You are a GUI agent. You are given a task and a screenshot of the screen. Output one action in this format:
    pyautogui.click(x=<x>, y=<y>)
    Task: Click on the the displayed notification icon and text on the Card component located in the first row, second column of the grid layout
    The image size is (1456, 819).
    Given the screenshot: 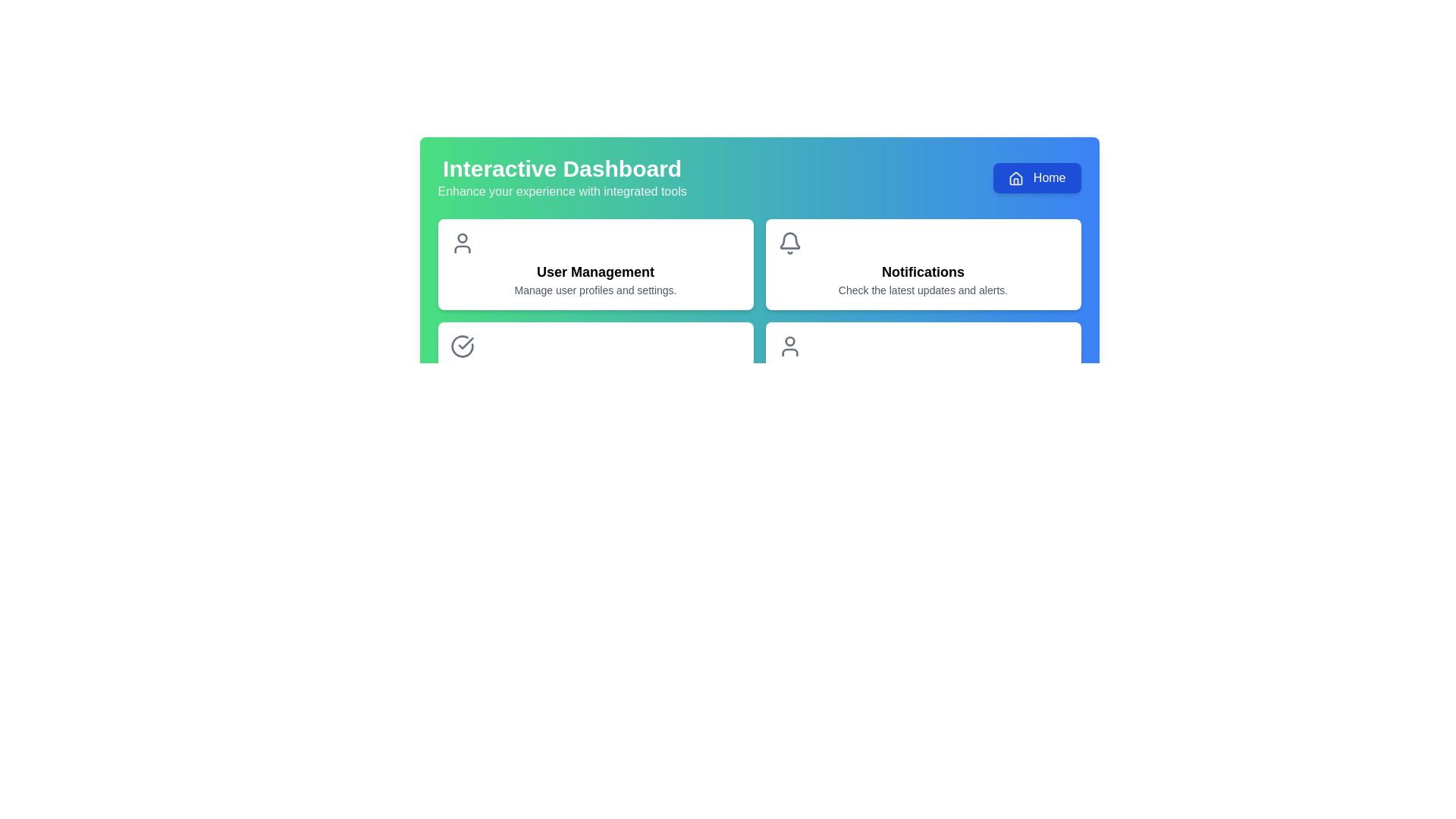 What is the action you would take?
    pyautogui.click(x=922, y=263)
    